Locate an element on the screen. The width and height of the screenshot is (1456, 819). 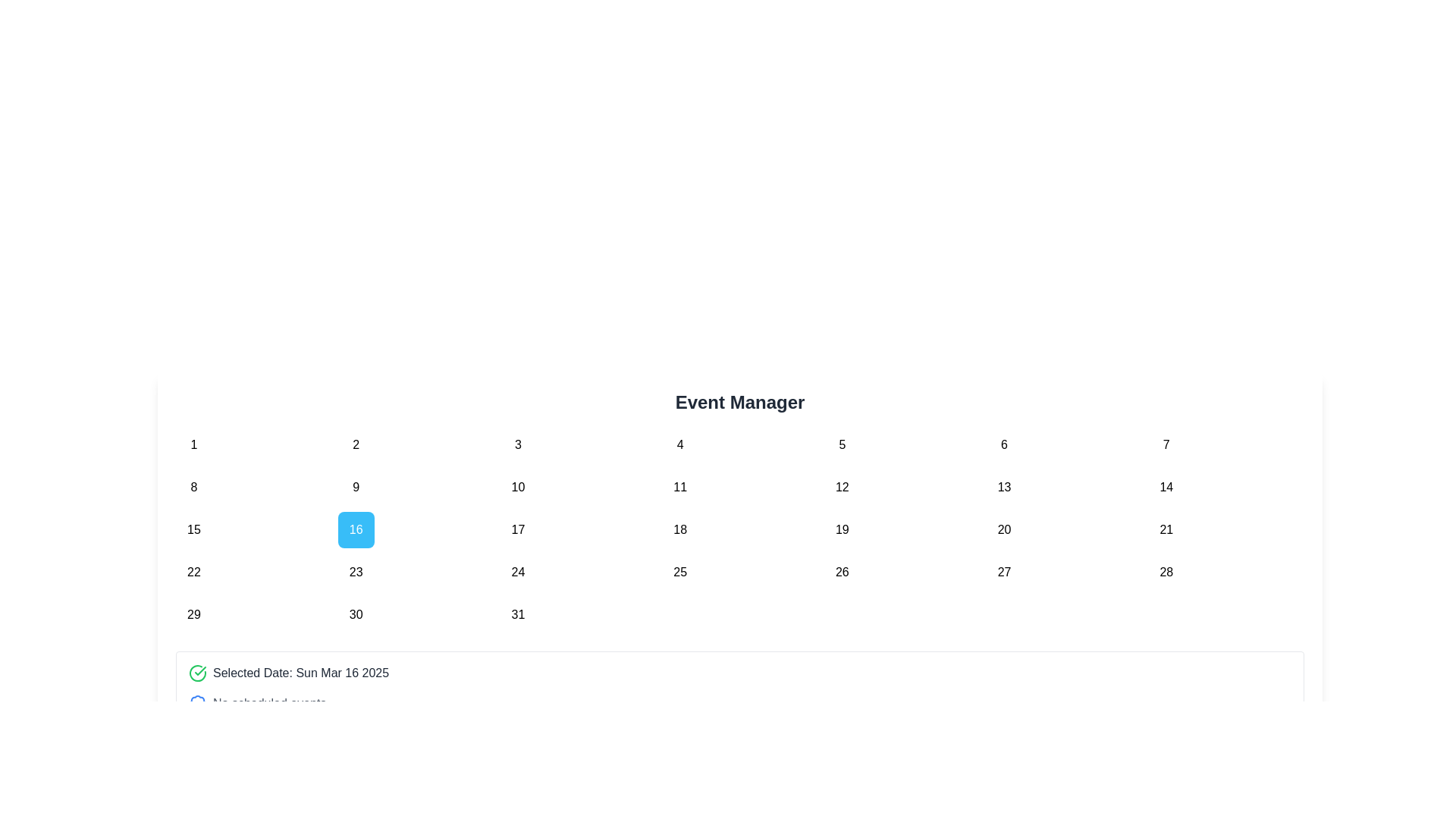
the square button displaying the number '28' located in the 7th position of the fourth row in a 7x5 grid layout is located at coordinates (1166, 573).